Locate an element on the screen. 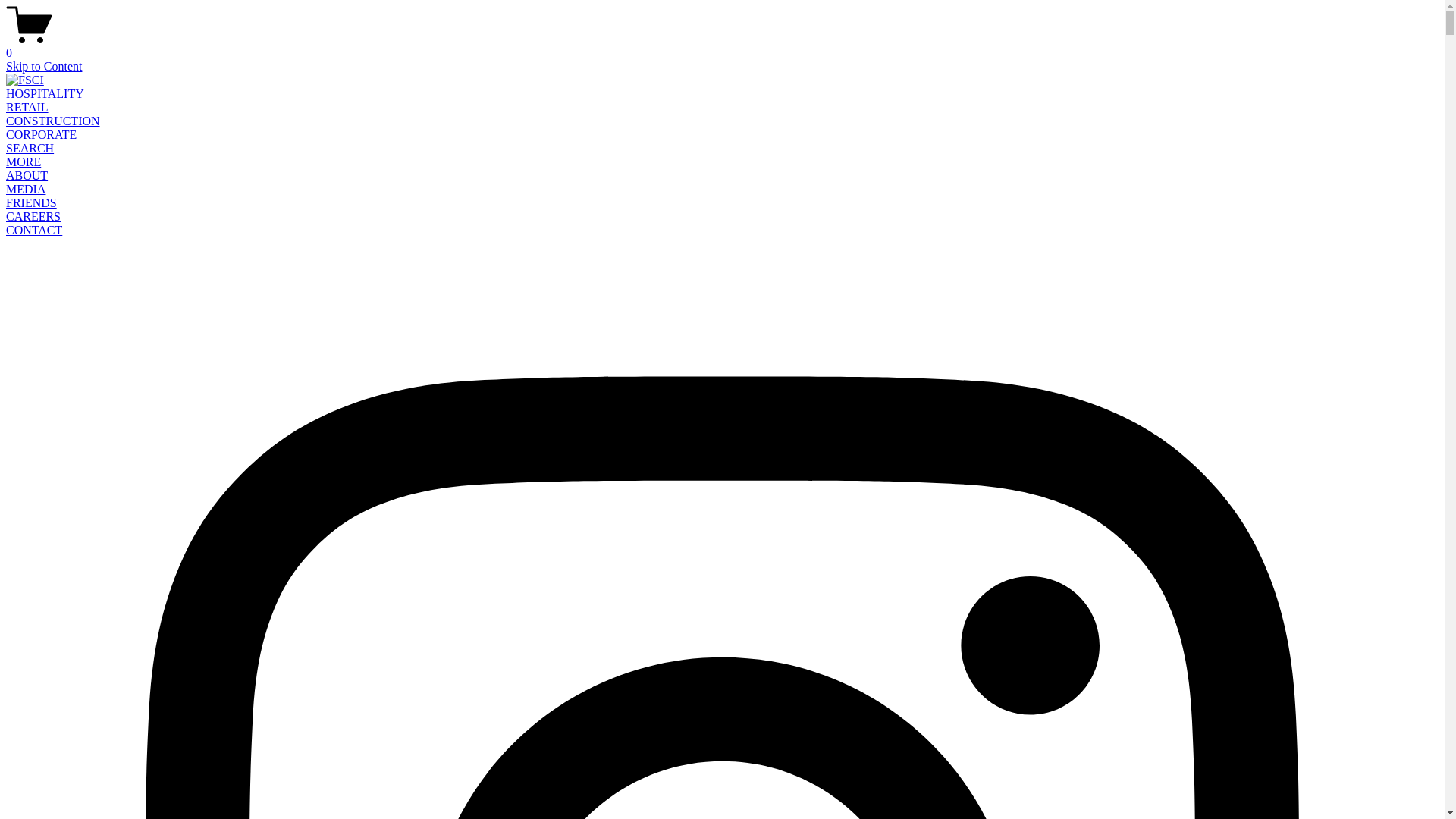 The height and width of the screenshot is (819, 1456). 'ABOUT' is located at coordinates (6, 174).